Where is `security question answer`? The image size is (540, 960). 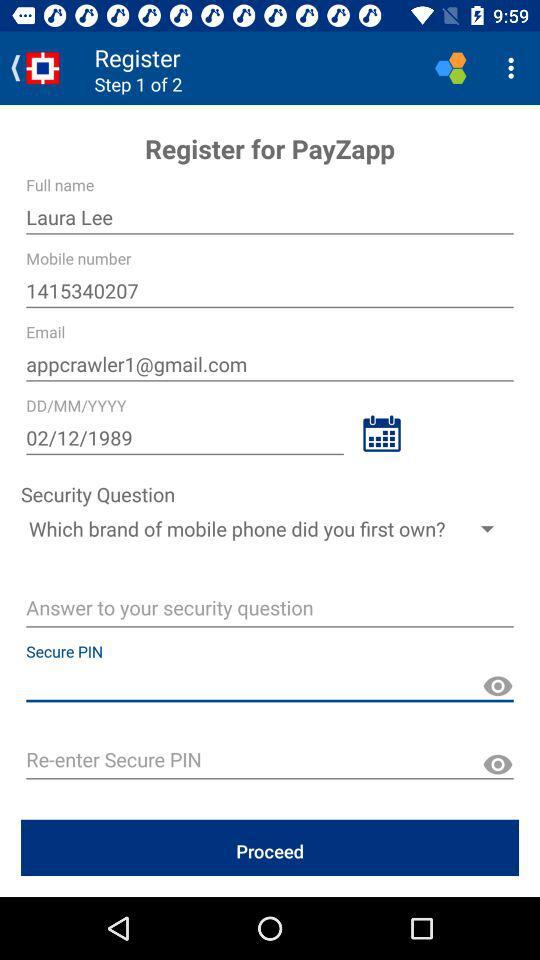
security question answer is located at coordinates (270, 609).